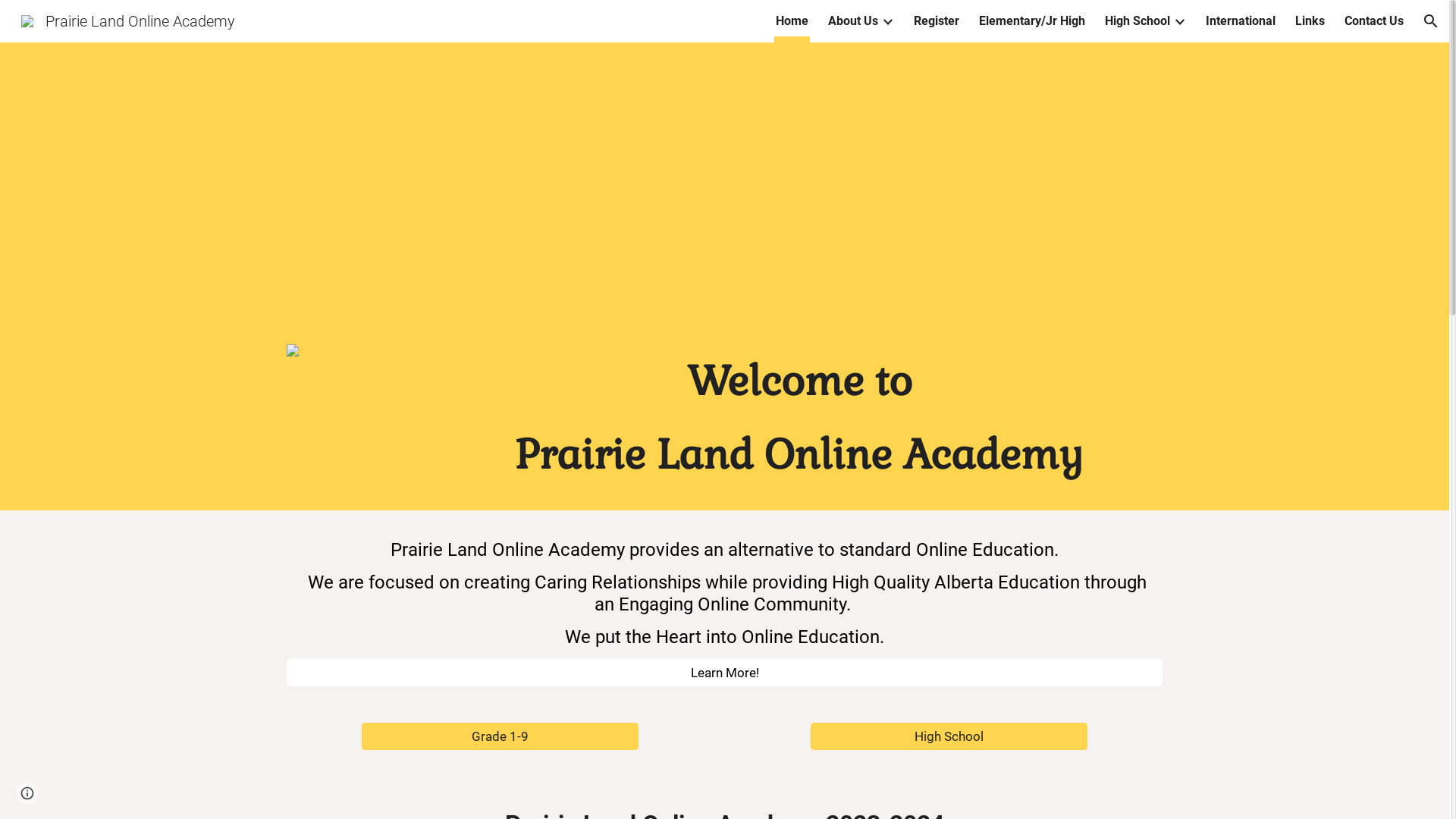 The width and height of the screenshot is (1456, 819). I want to click on 'Home', so click(775, 20).